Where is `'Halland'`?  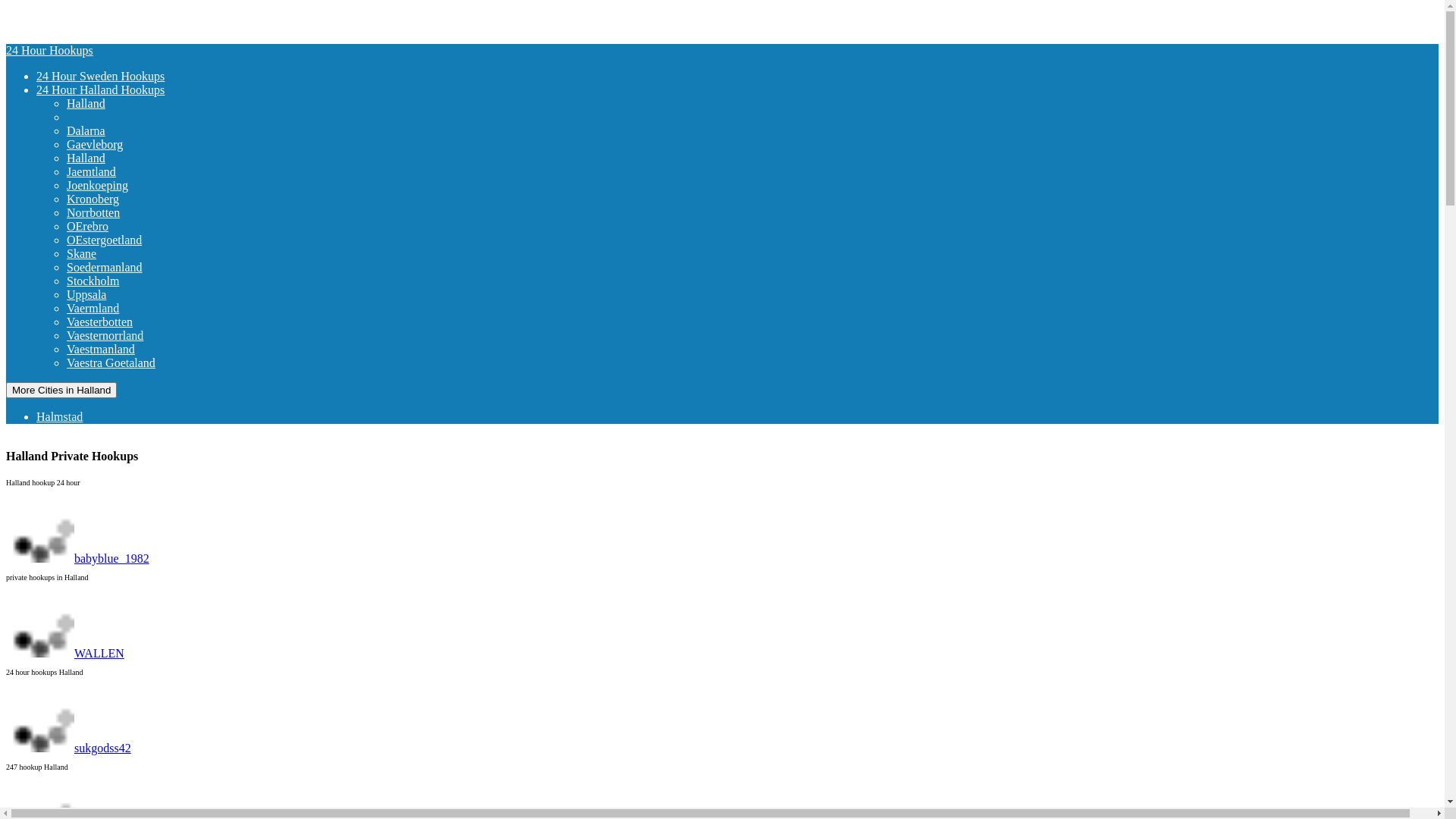
'Halland' is located at coordinates (111, 102).